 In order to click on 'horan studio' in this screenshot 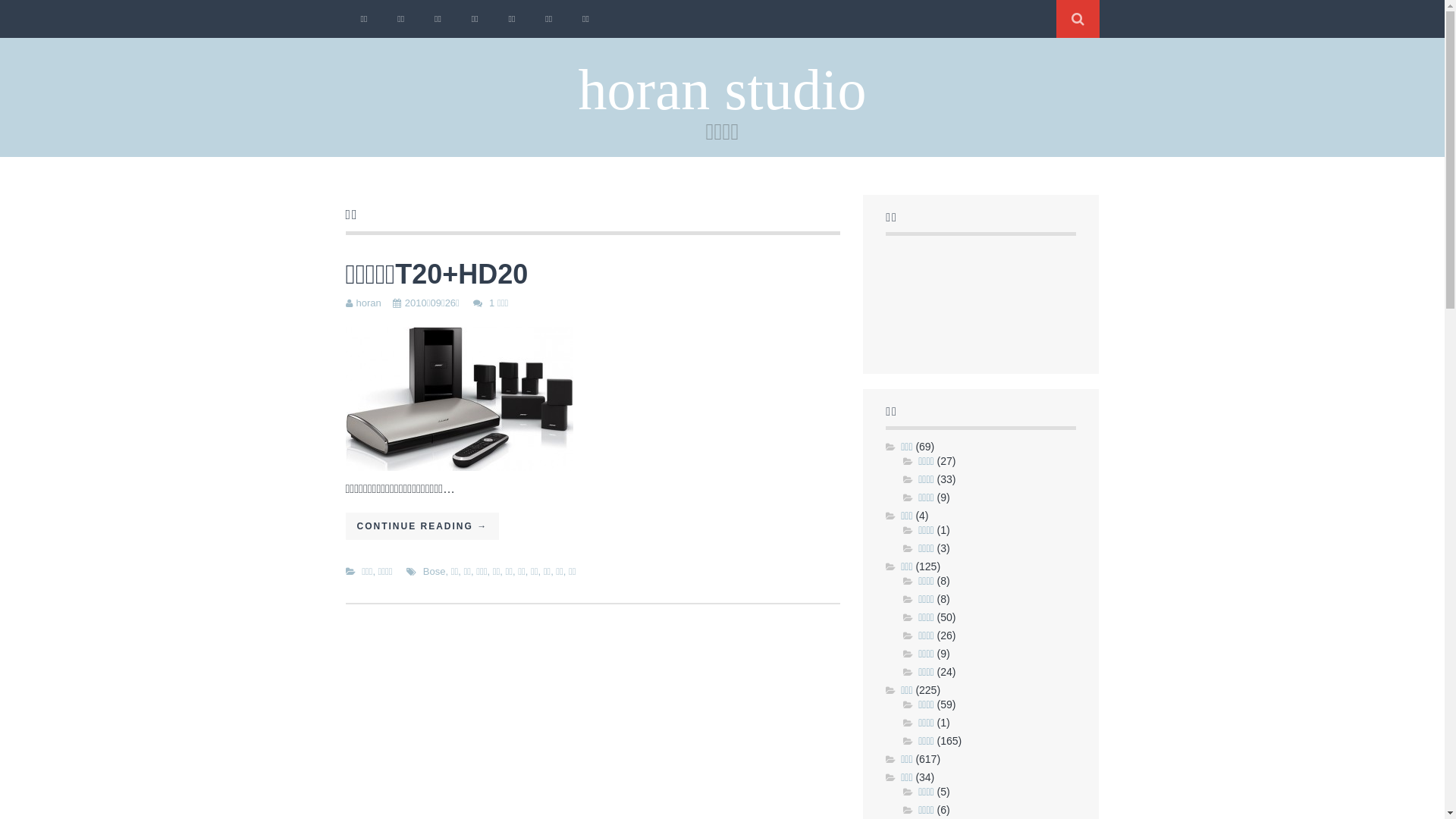, I will do `click(720, 89)`.